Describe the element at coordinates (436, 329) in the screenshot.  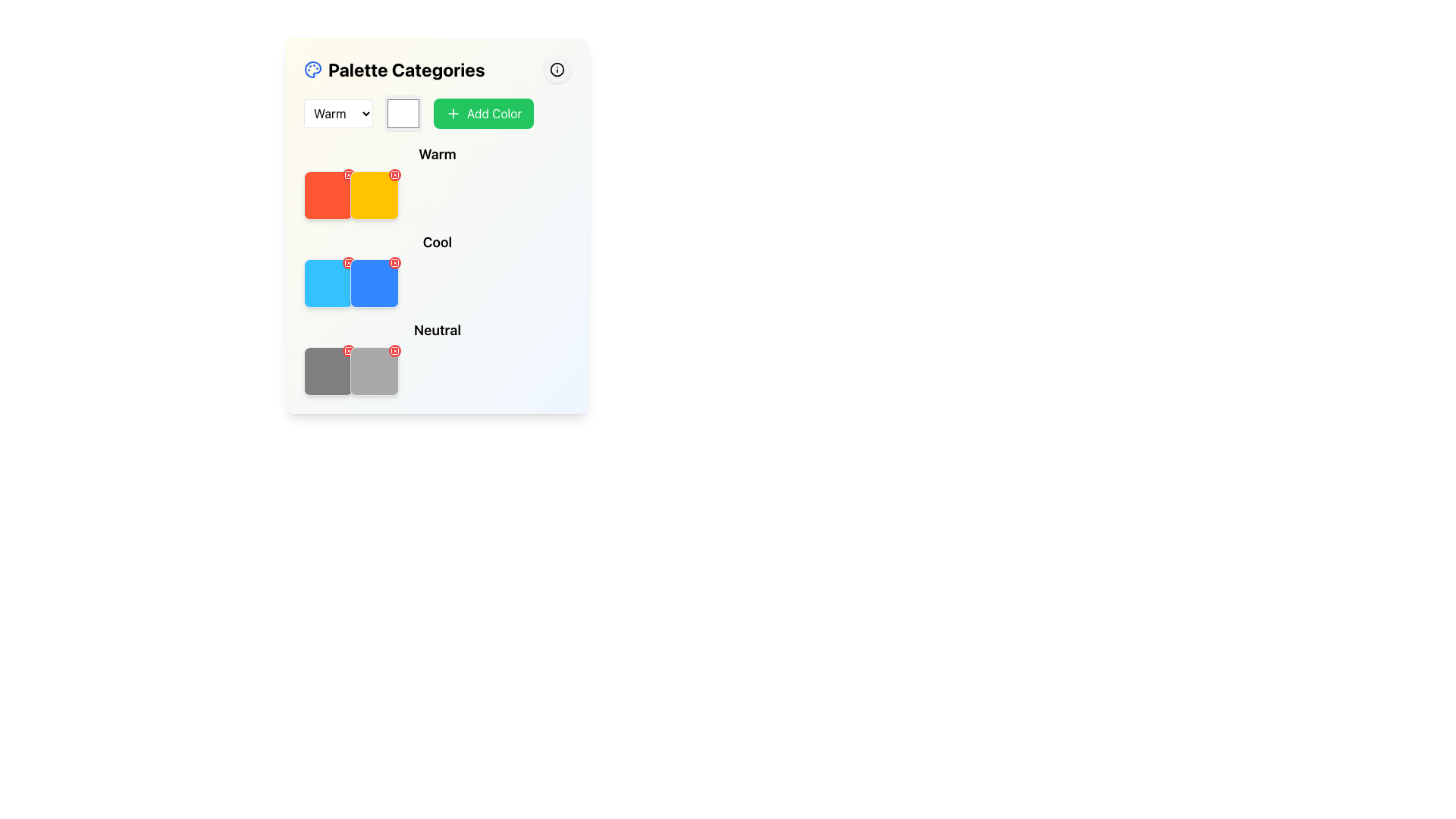
I see `the 'Neutral' Text Label, which is styled in bold and large font, located between the 'Cool' section and a pair of swatches` at that location.